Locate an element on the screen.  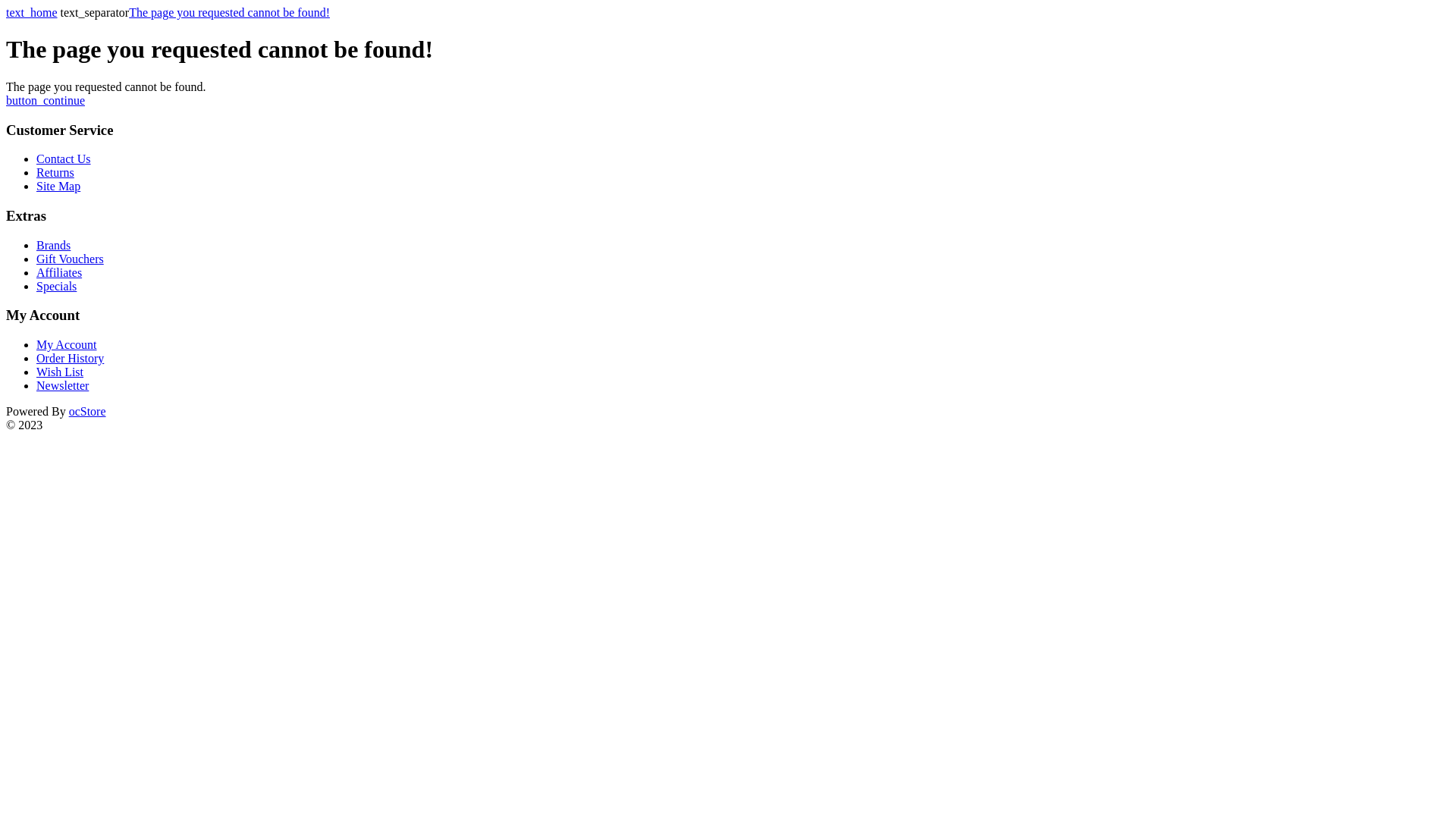
'text_home' is located at coordinates (32, 12).